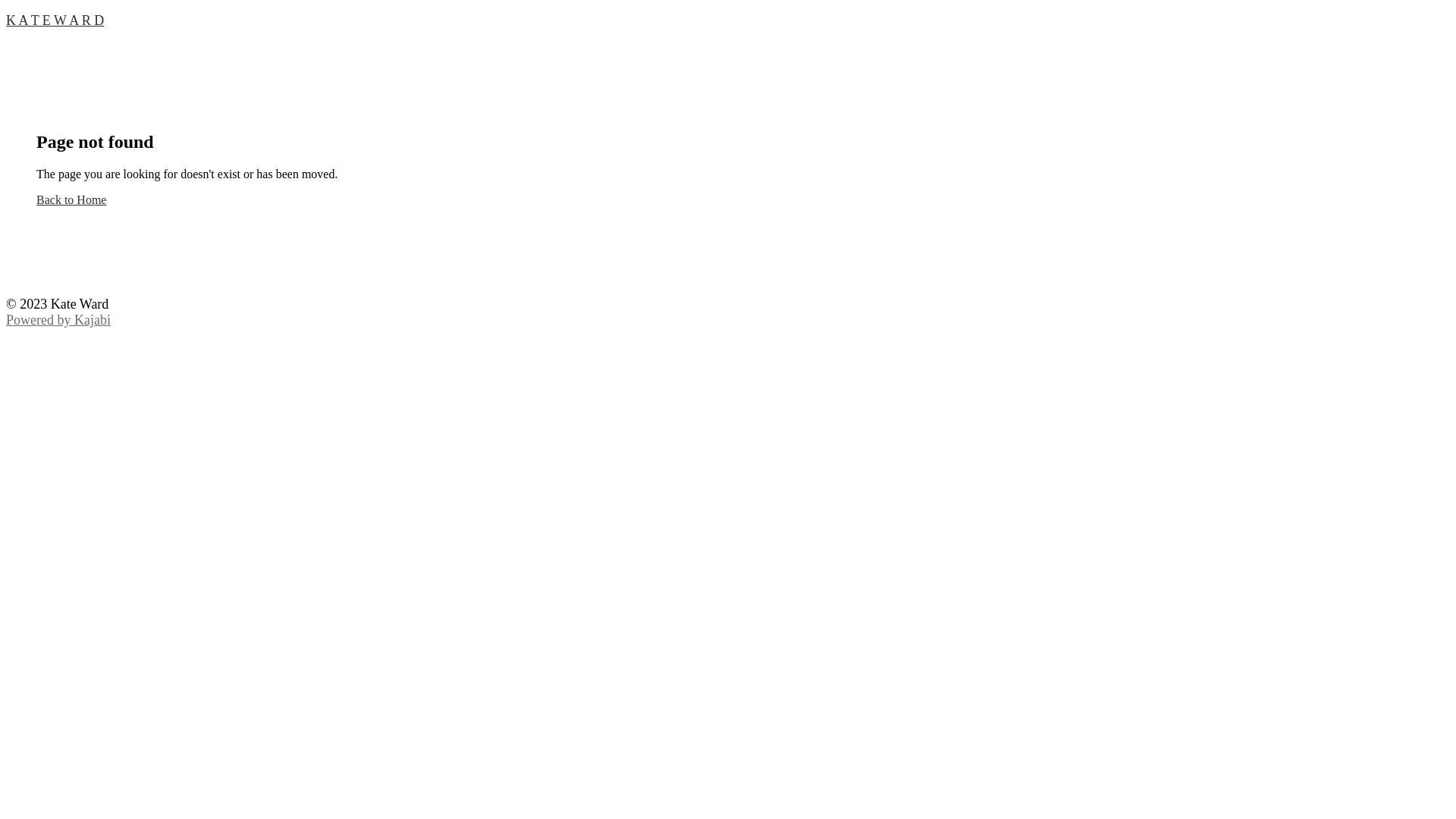  Describe the element at coordinates (36, 199) in the screenshot. I see `'Back to Home'` at that location.